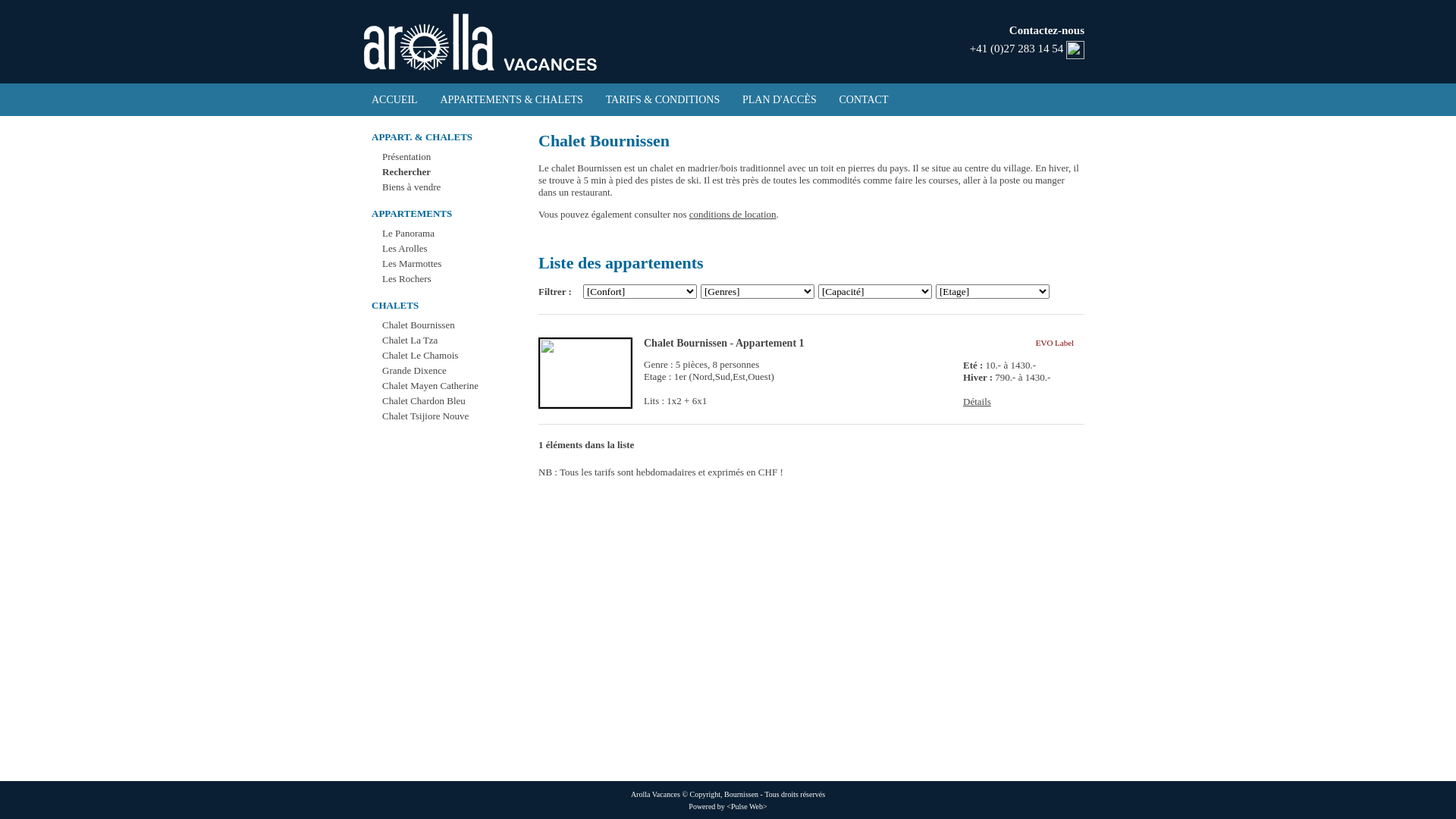 The height and width of the screenshot is (819, 1456). Describe the element at coordinates (733, 214) in the screenshot. I see `'conditions de location'` at that location.